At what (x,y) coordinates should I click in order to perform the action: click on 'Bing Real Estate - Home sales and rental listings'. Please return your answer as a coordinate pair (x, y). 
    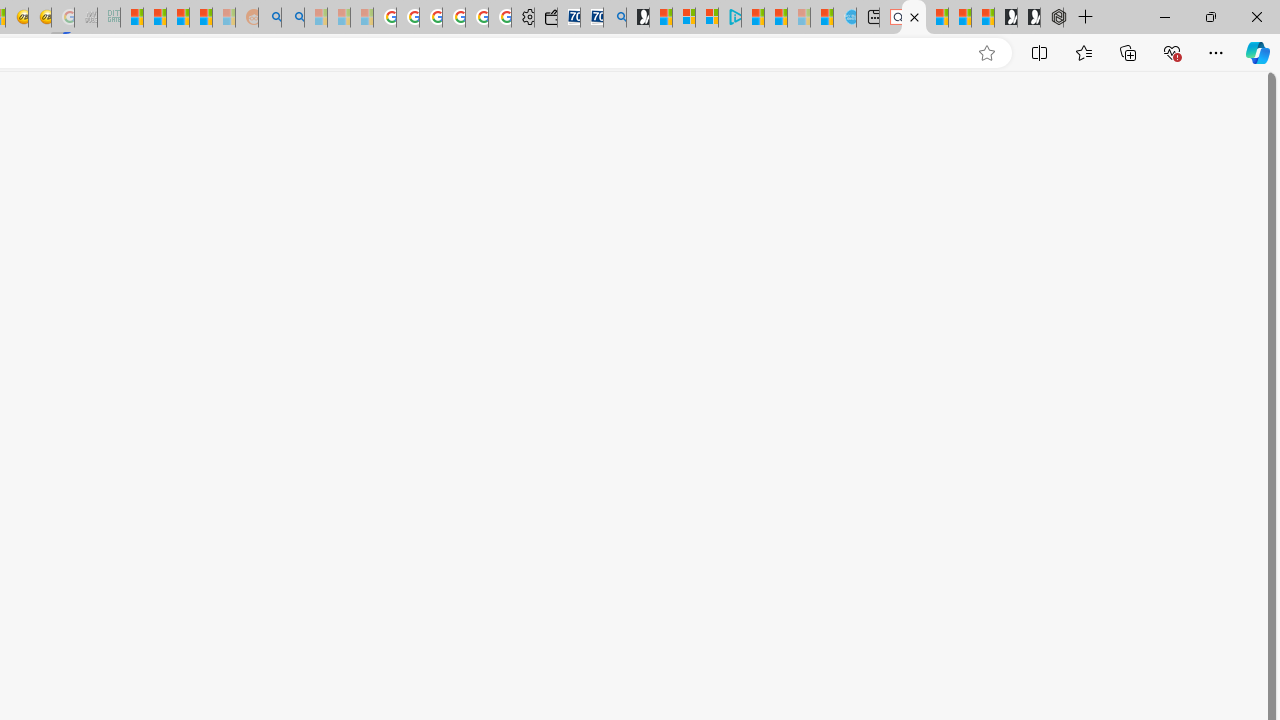
    Looking at the image, I should click on (614, 17).